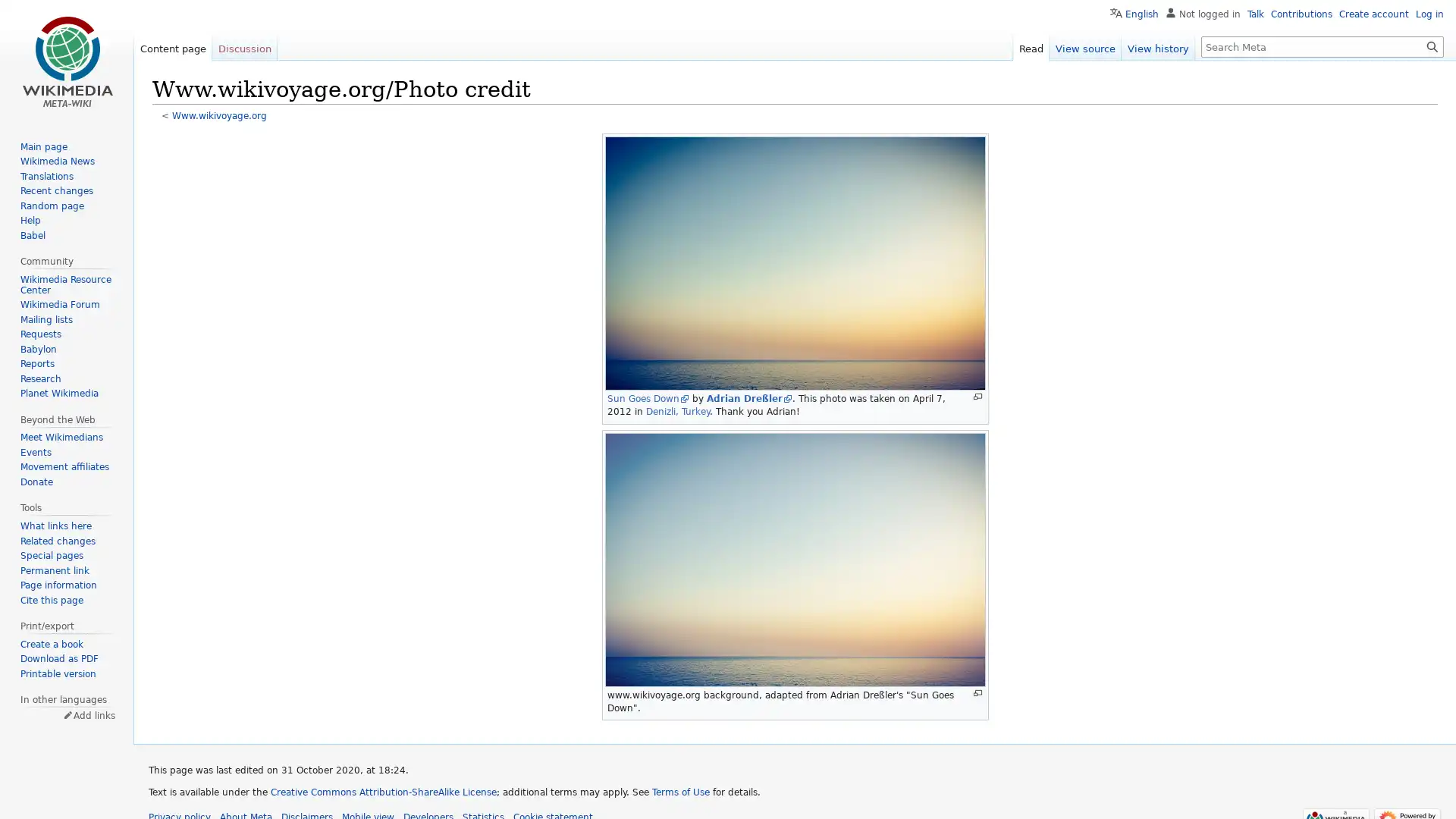 The height and width of the screenshot is (819, 1456). What do you see at coordinates (1432, 45) in the screenshot?
I see `Go` at bounding box center [1432, 45].